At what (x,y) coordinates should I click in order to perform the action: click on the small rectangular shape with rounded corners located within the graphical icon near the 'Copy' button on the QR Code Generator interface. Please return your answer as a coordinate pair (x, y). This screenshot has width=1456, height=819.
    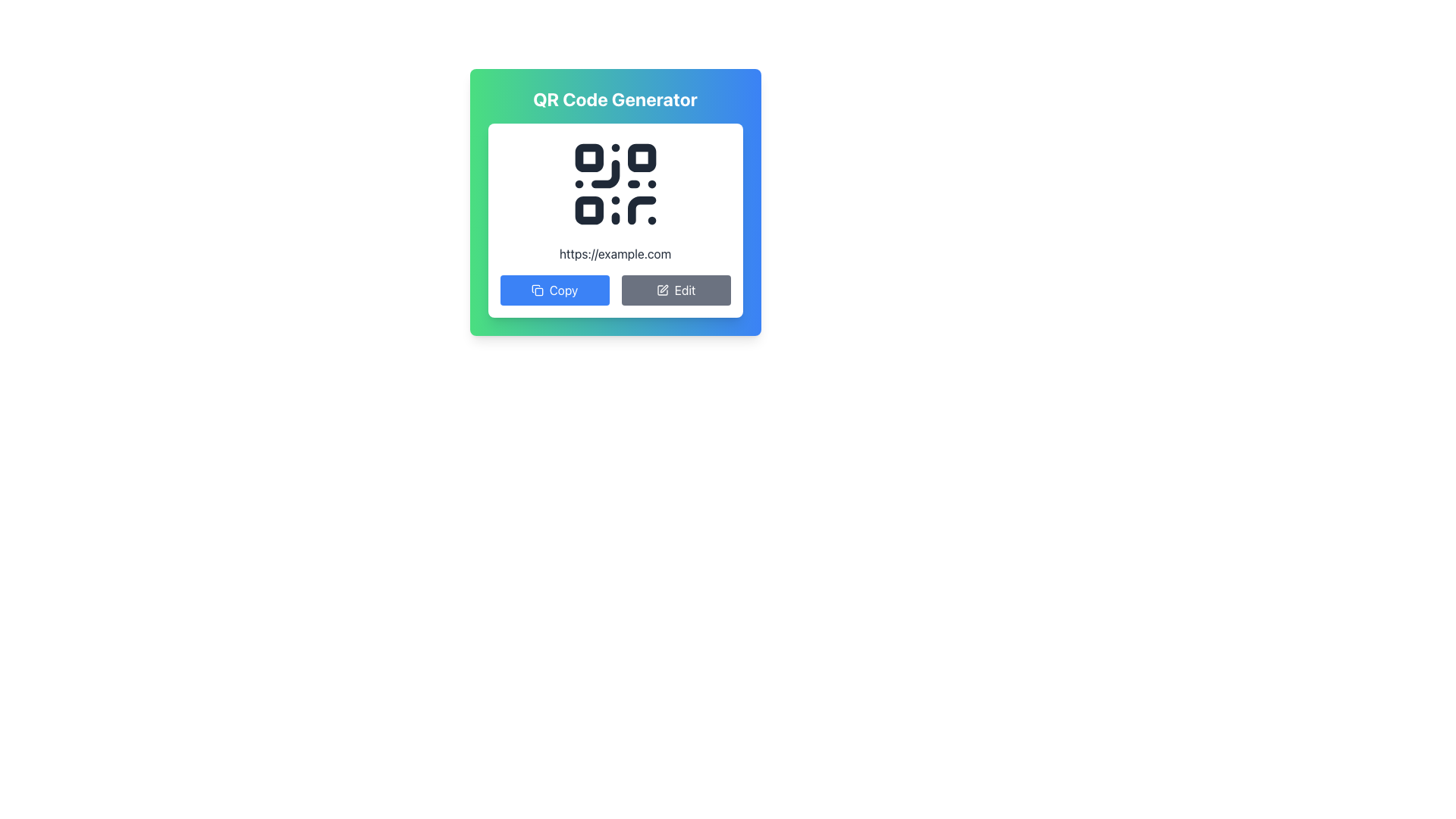
    Looking at the image, I should click on (538, 292).